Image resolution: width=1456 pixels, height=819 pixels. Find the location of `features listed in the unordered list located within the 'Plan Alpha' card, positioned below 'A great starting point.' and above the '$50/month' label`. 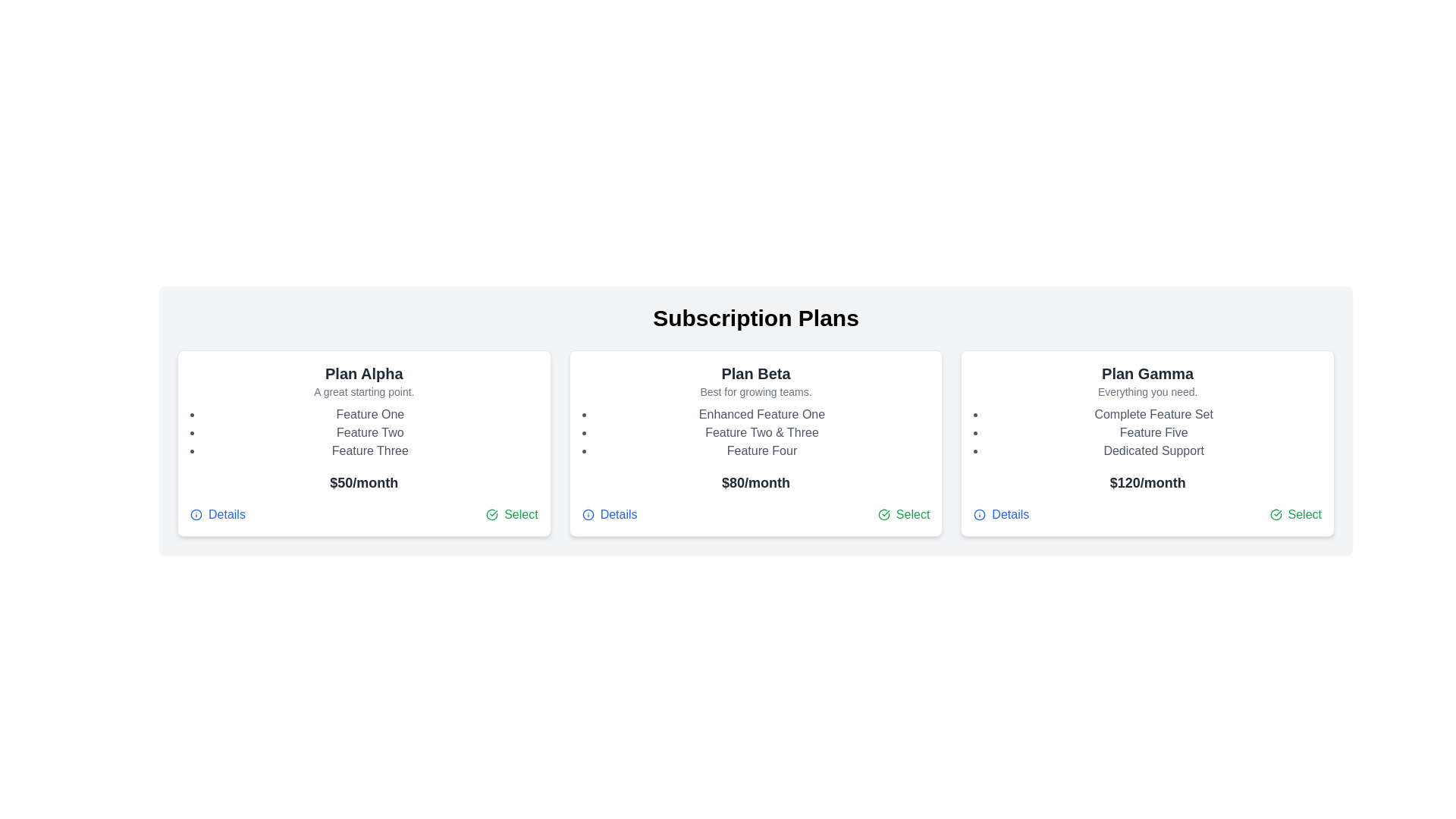

features listed in the unordered list located within the 'Plan Alpha' card, positioned below 'A great starting point.' and above the '$50/month' label is located at coordinates (370, 432).